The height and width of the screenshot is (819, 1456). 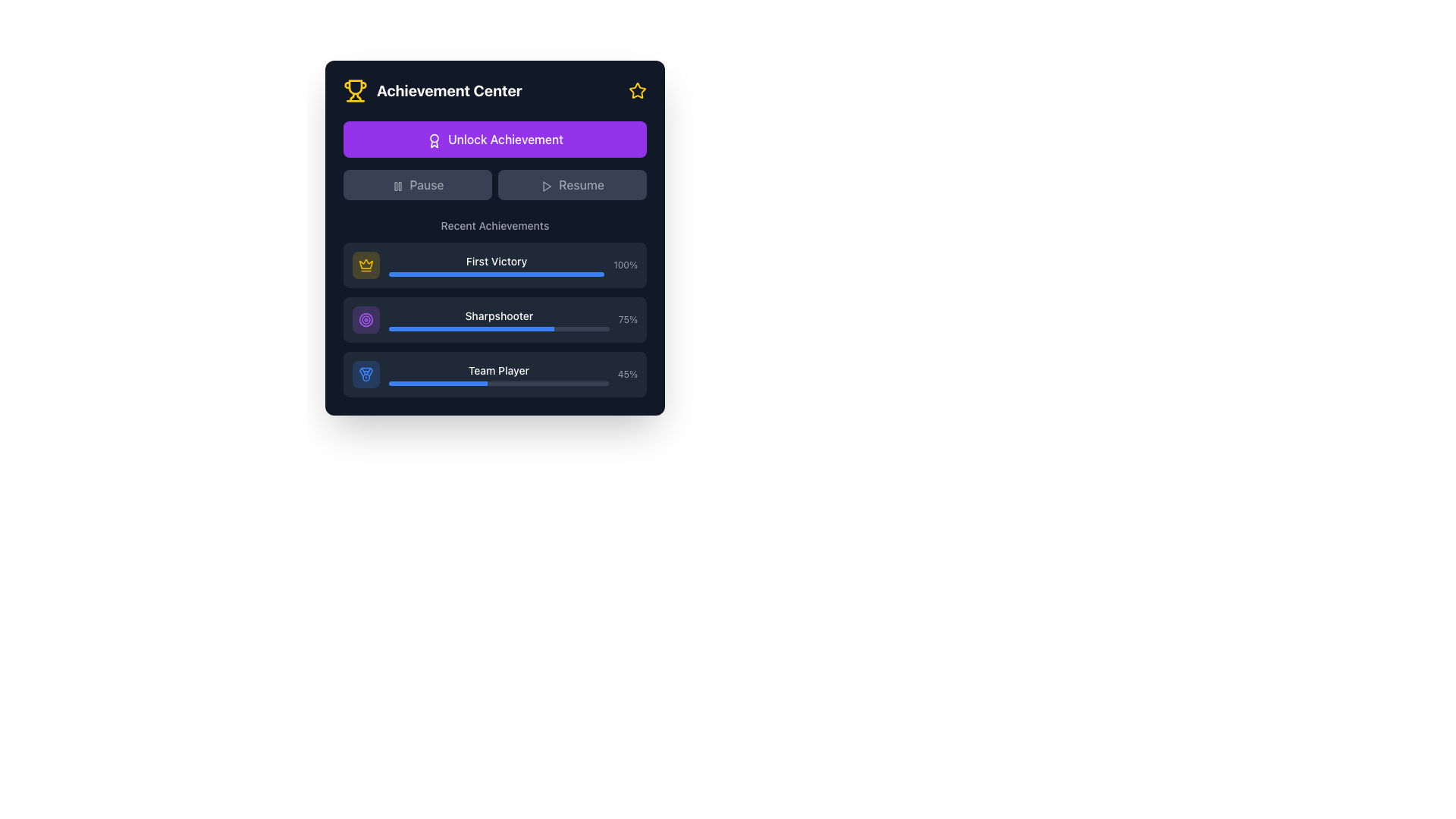 I want to click on the thin, horizontal blue progress bar representing the 'Team Player' achievement data, which is the colored portion of the third progress bar in the 'Recent Achievements' section, so click(x=438, y=382).